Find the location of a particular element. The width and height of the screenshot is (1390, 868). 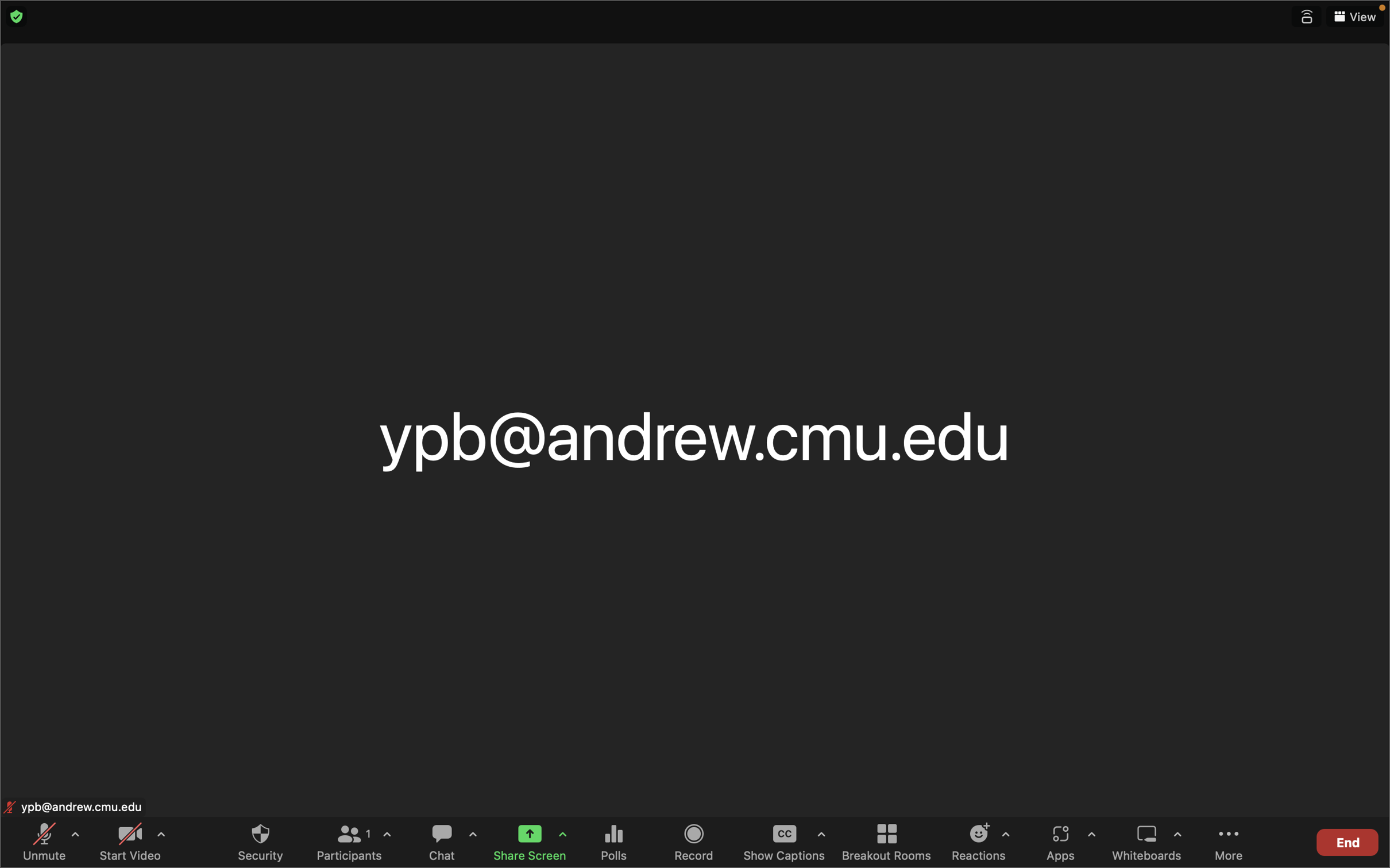

the whiteboard options is located at coordinates (1177, 842).